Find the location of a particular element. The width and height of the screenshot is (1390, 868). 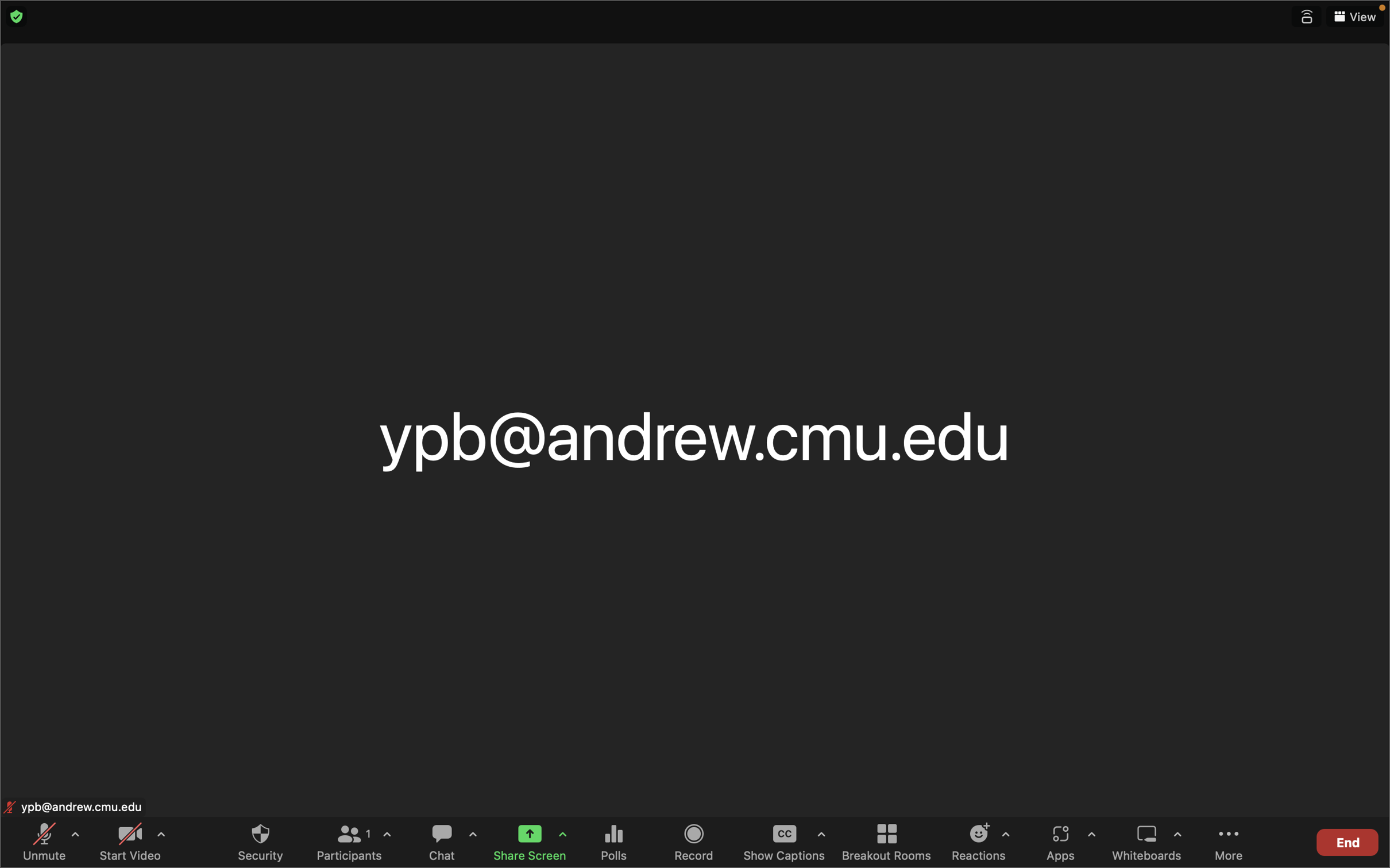

the whiteboard options is located at coordinates (1177, 842).